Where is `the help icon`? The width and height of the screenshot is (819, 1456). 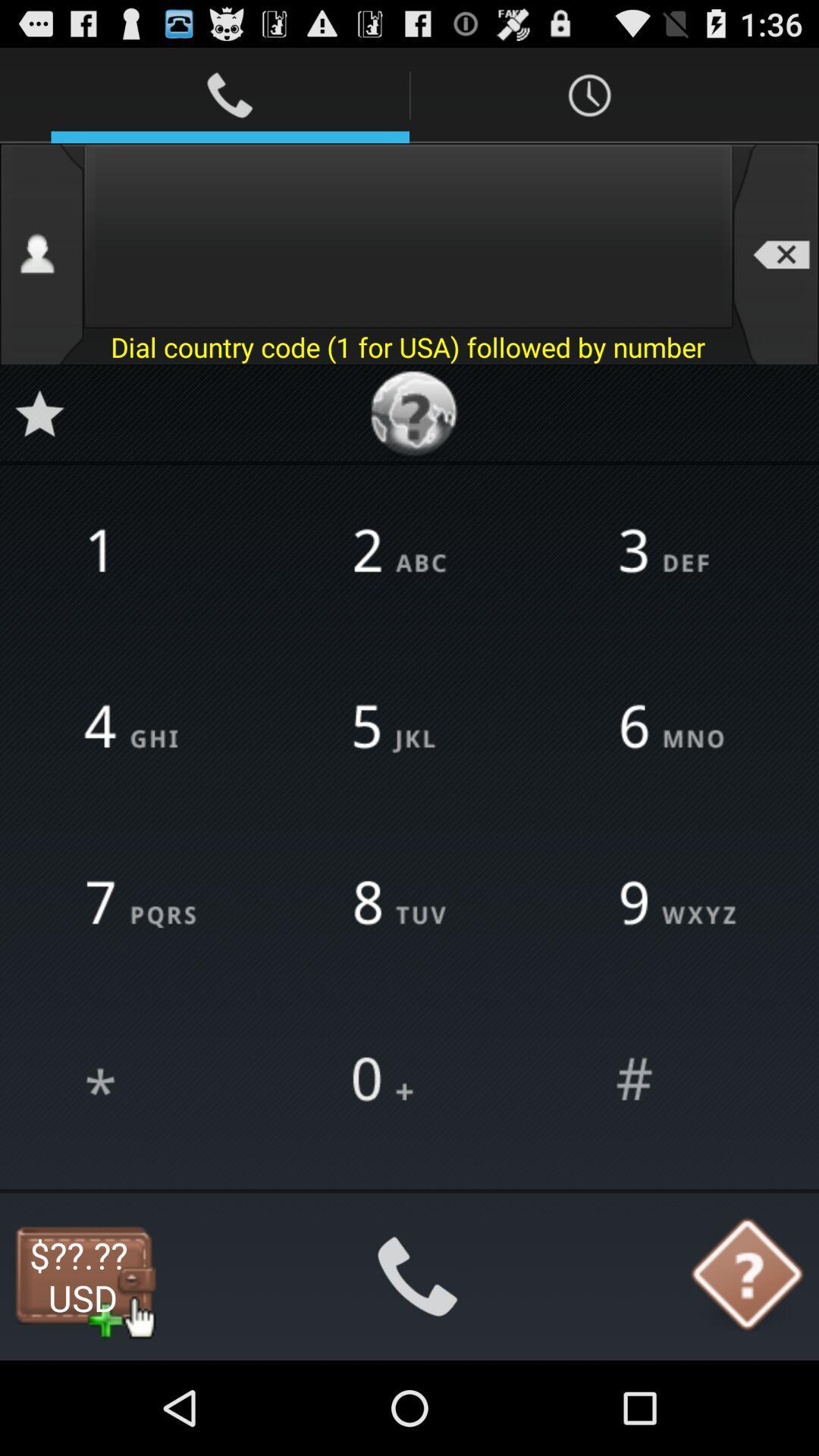
the help icon is located at coordinates (413, 441).